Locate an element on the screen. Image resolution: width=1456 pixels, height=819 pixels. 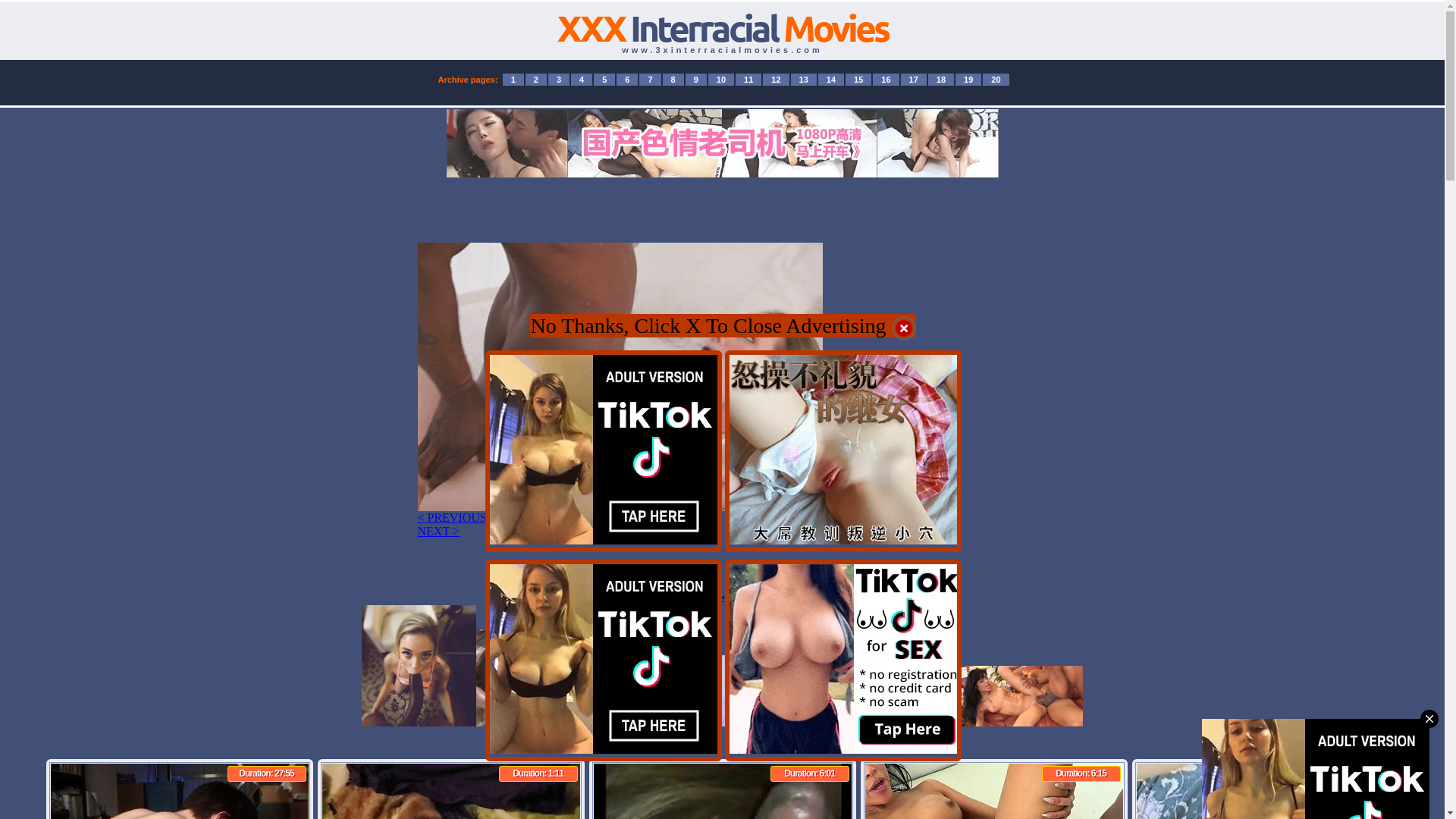
'17' is located at coordinates (912, 79).